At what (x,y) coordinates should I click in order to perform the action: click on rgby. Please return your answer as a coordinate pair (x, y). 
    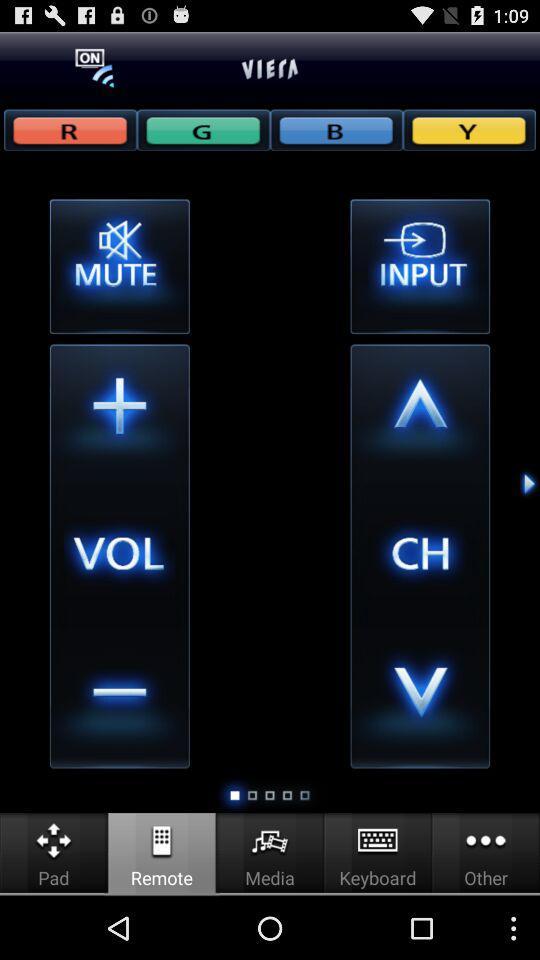
    Looking at the image, I should click on (336, 128).